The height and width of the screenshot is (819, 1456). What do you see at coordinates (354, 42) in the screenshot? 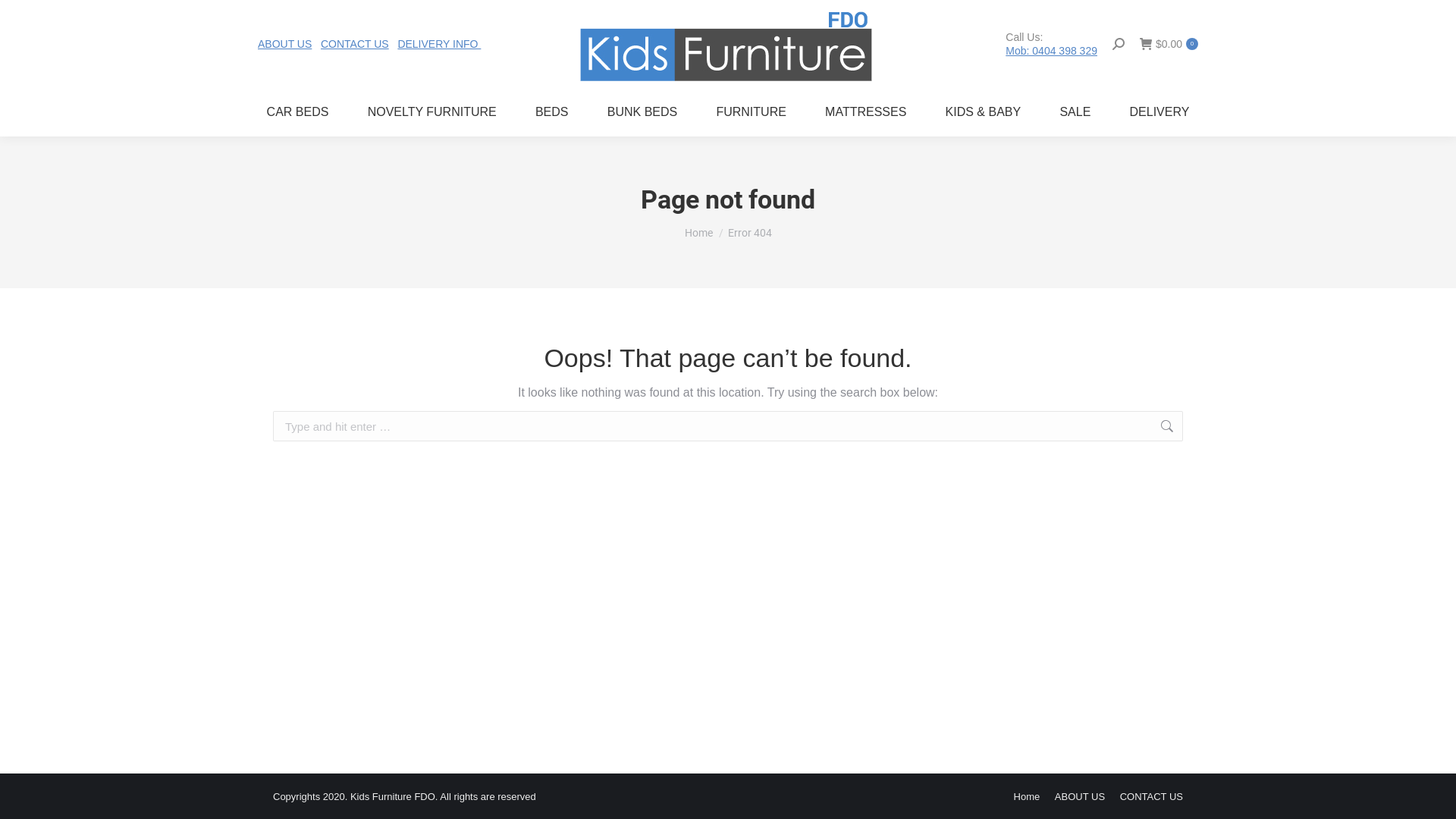
I see `'CONTACT US'` at bounding box center [354, 42].